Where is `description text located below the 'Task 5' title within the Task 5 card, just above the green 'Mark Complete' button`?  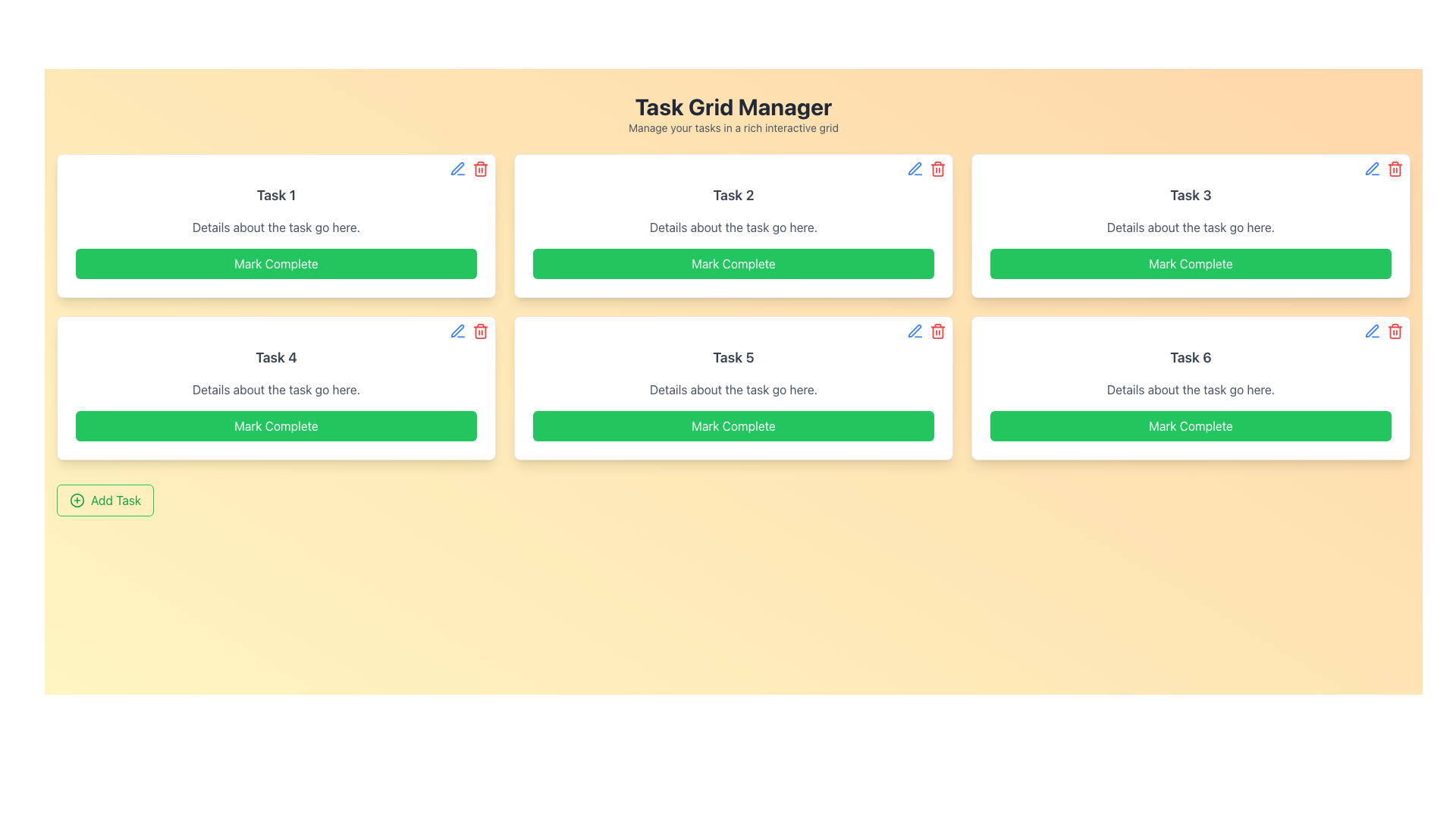
description text located below the 'Task 5' title within the Task 5 card, just above the green 'Mark Complete' button is located at coordinates (733, 388).